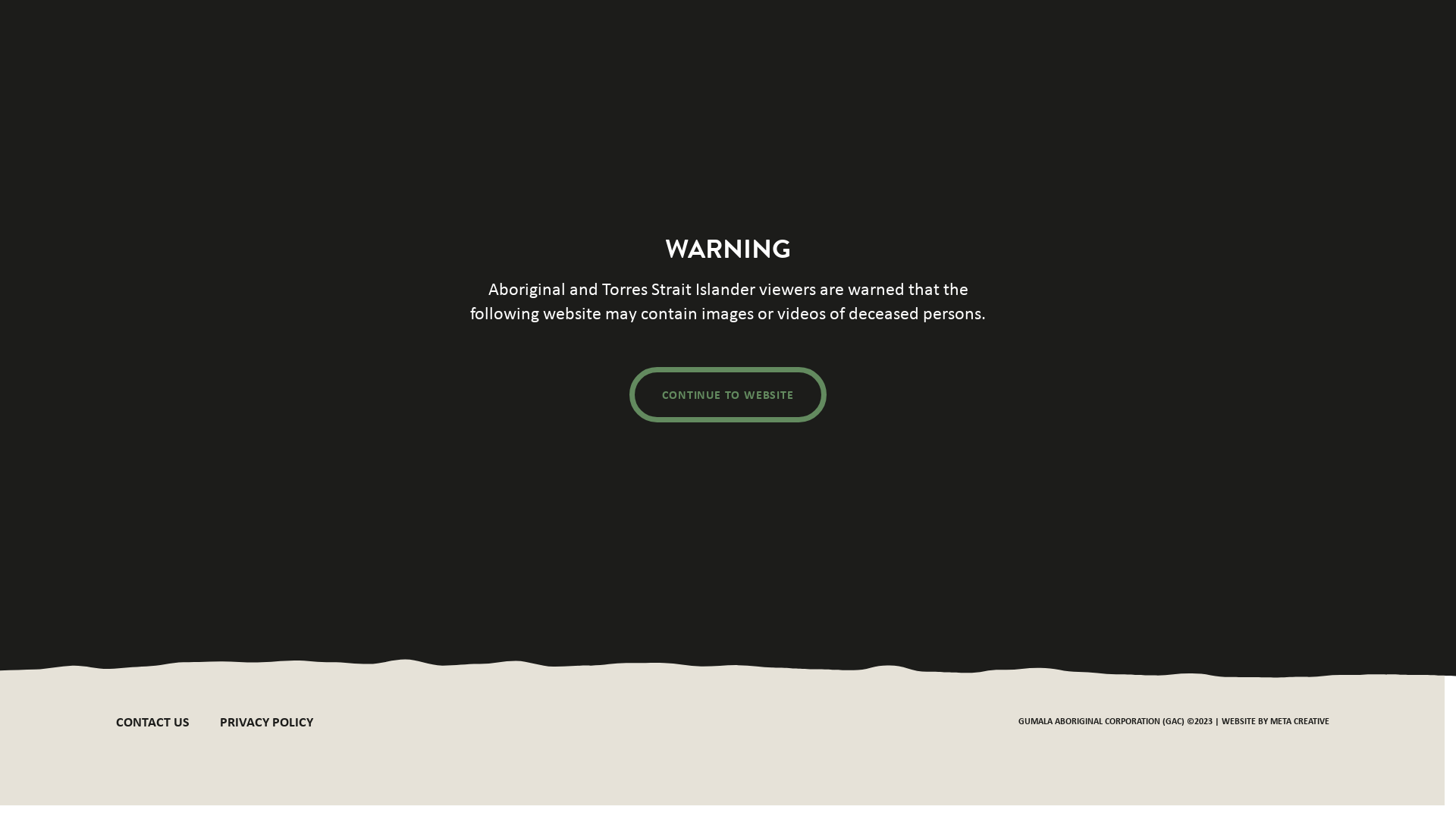 The width and height of the screenshot is (1456, 819). I want to click on 'CONTACT US', so click(115, 721).